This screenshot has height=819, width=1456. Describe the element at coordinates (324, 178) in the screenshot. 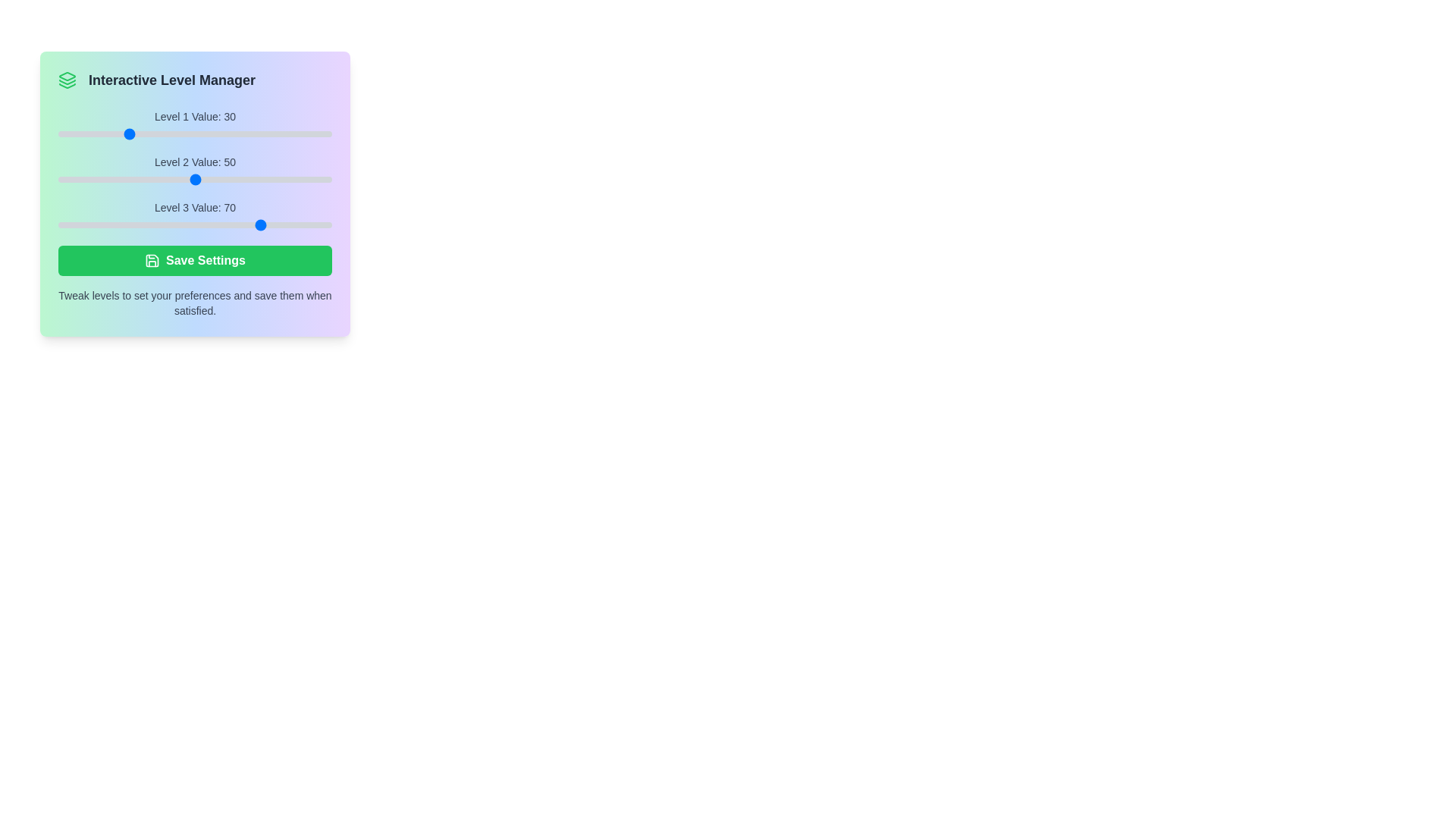

I see `the slider value` at that location.